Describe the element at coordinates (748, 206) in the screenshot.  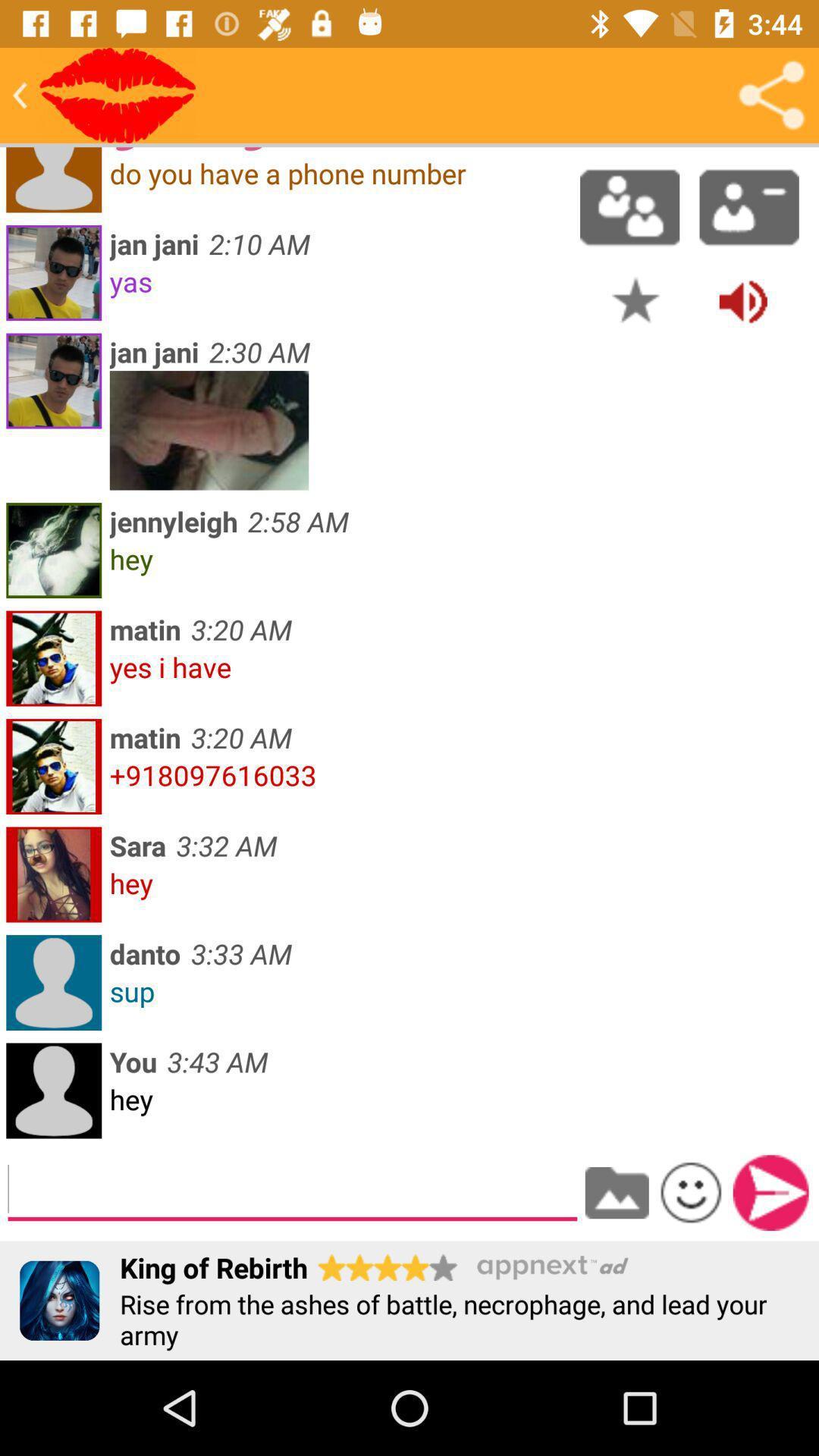
I see `lose group chat member` at that location.